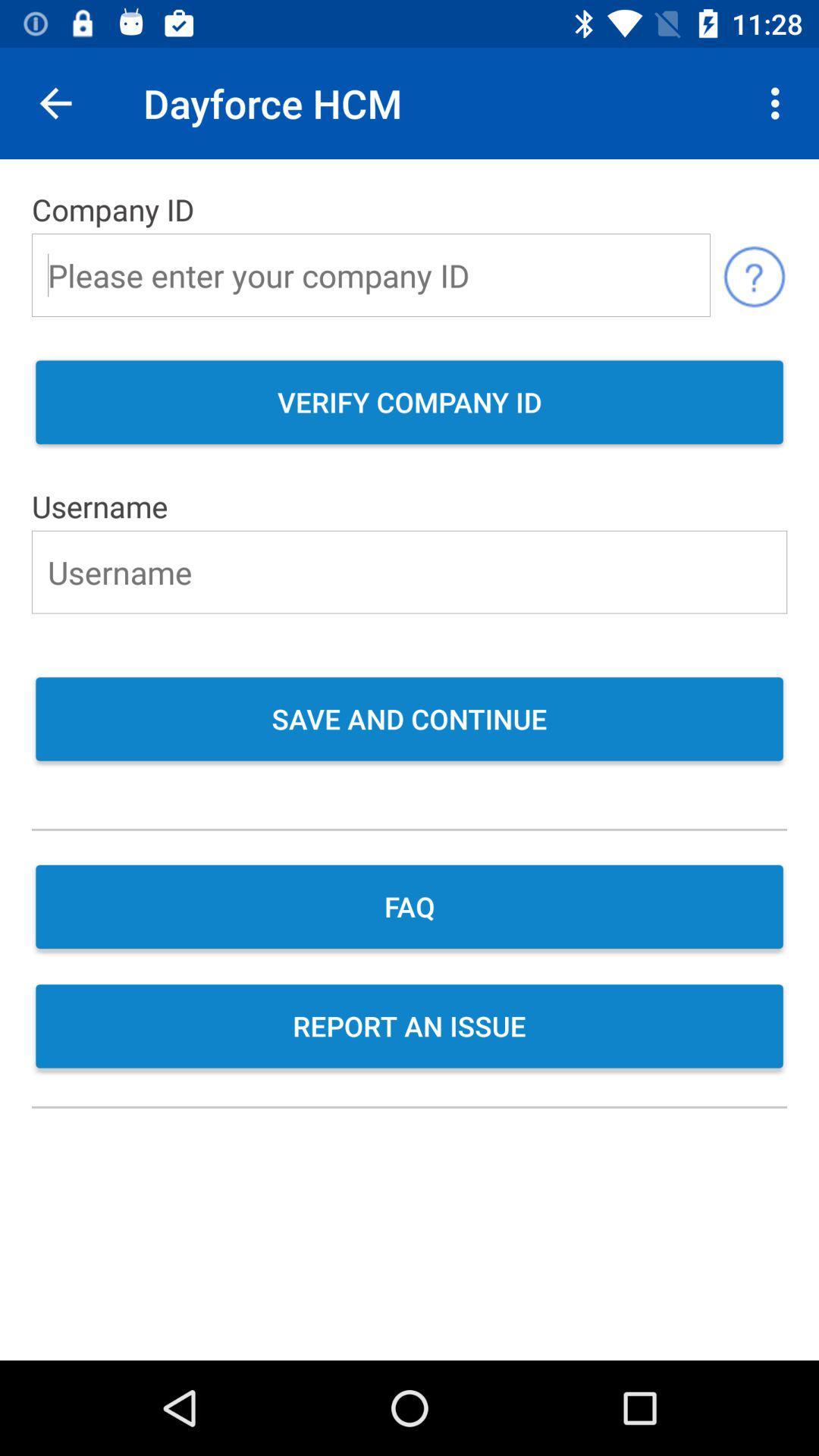 The image size is (819, 1456). Describe the element at coordinates (409, 720) in the screenshot. I see `save and continue item` at that location.